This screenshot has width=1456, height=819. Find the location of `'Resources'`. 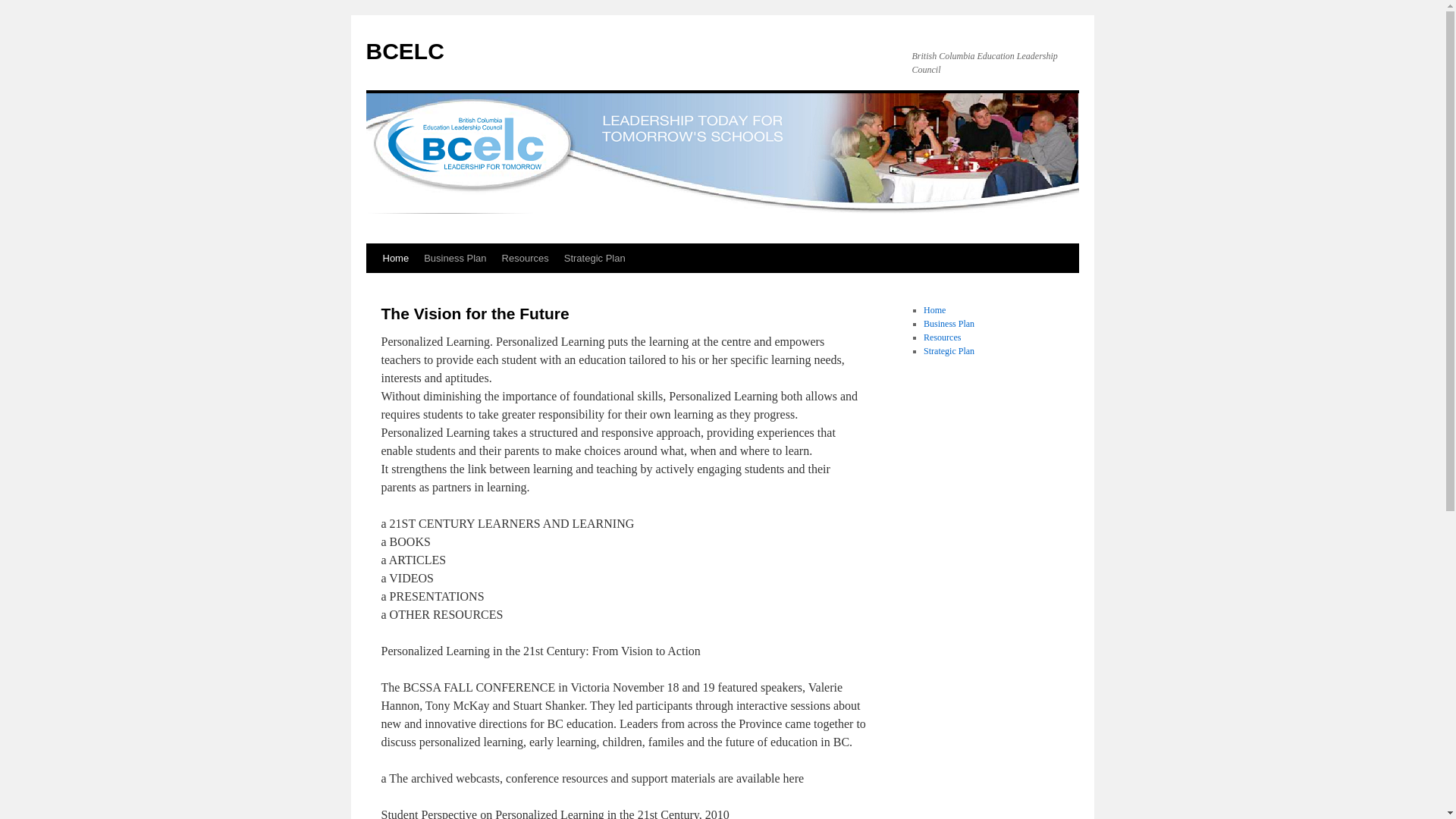

'Resources' is located at coordinates (494, 257).